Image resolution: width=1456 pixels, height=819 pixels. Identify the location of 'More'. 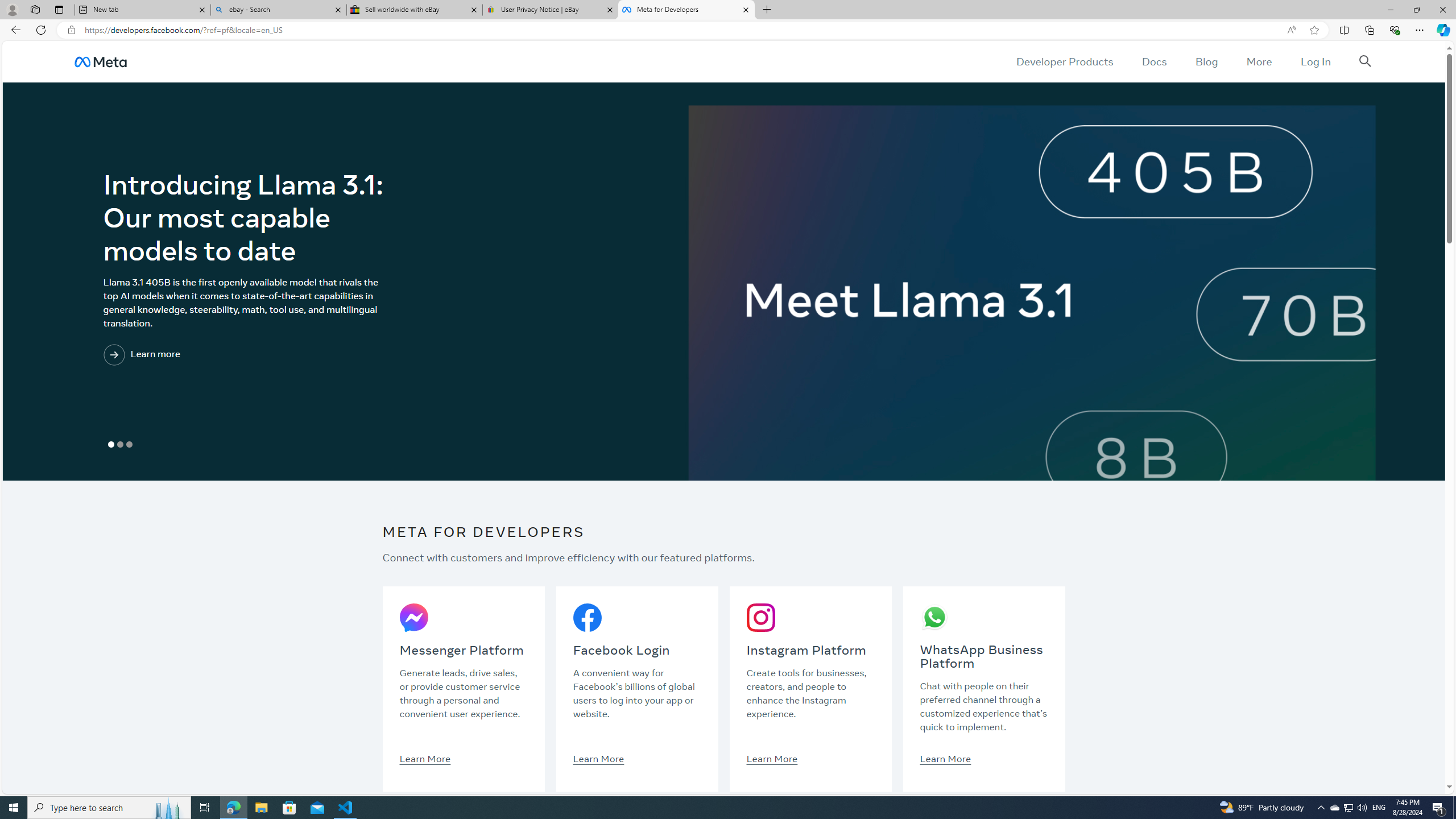
(1259, 61).